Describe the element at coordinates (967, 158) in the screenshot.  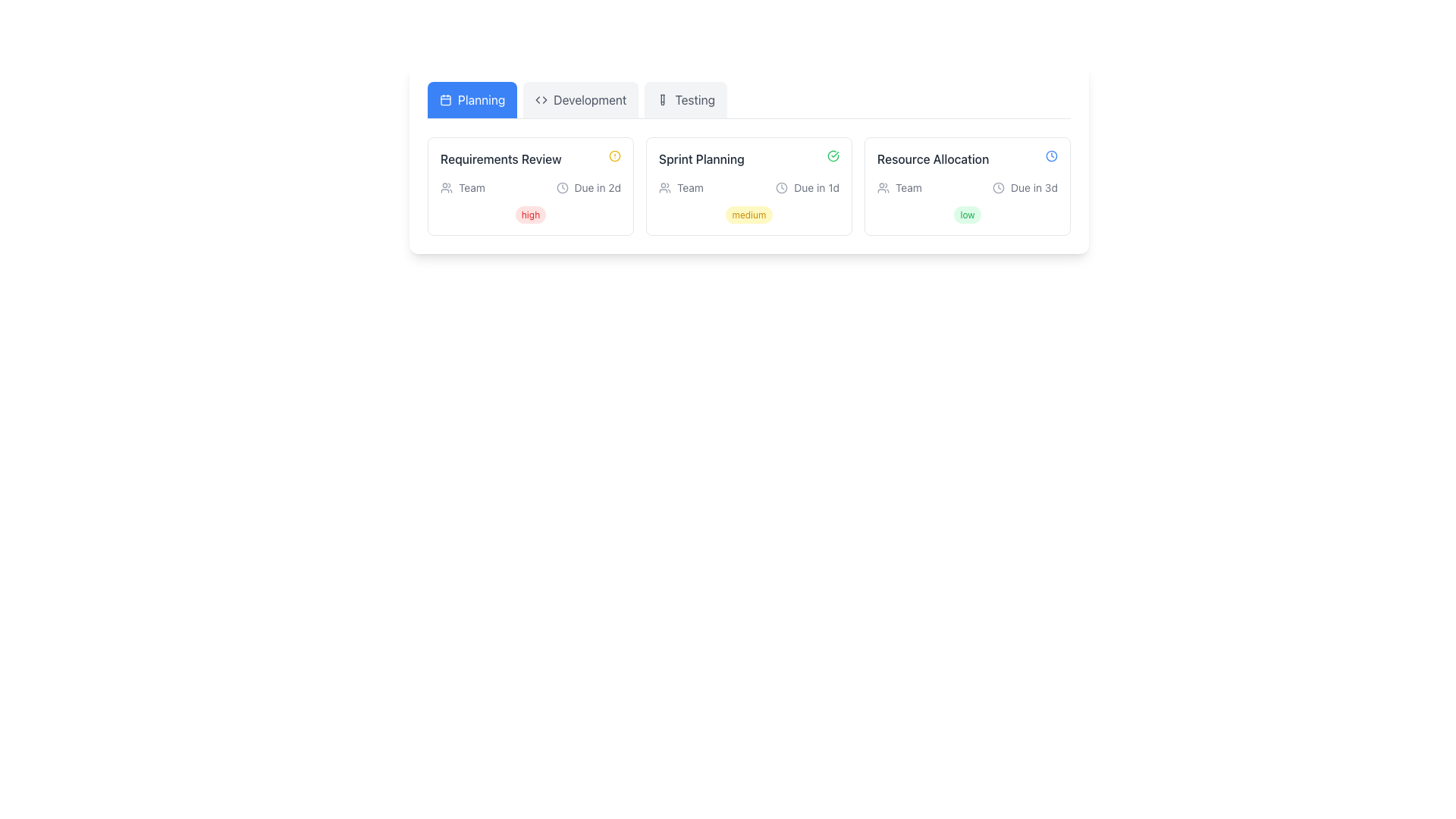
I see `the 'Resource Allocation' label that displays the text in bold with a blue clock icon to the right` at that location.